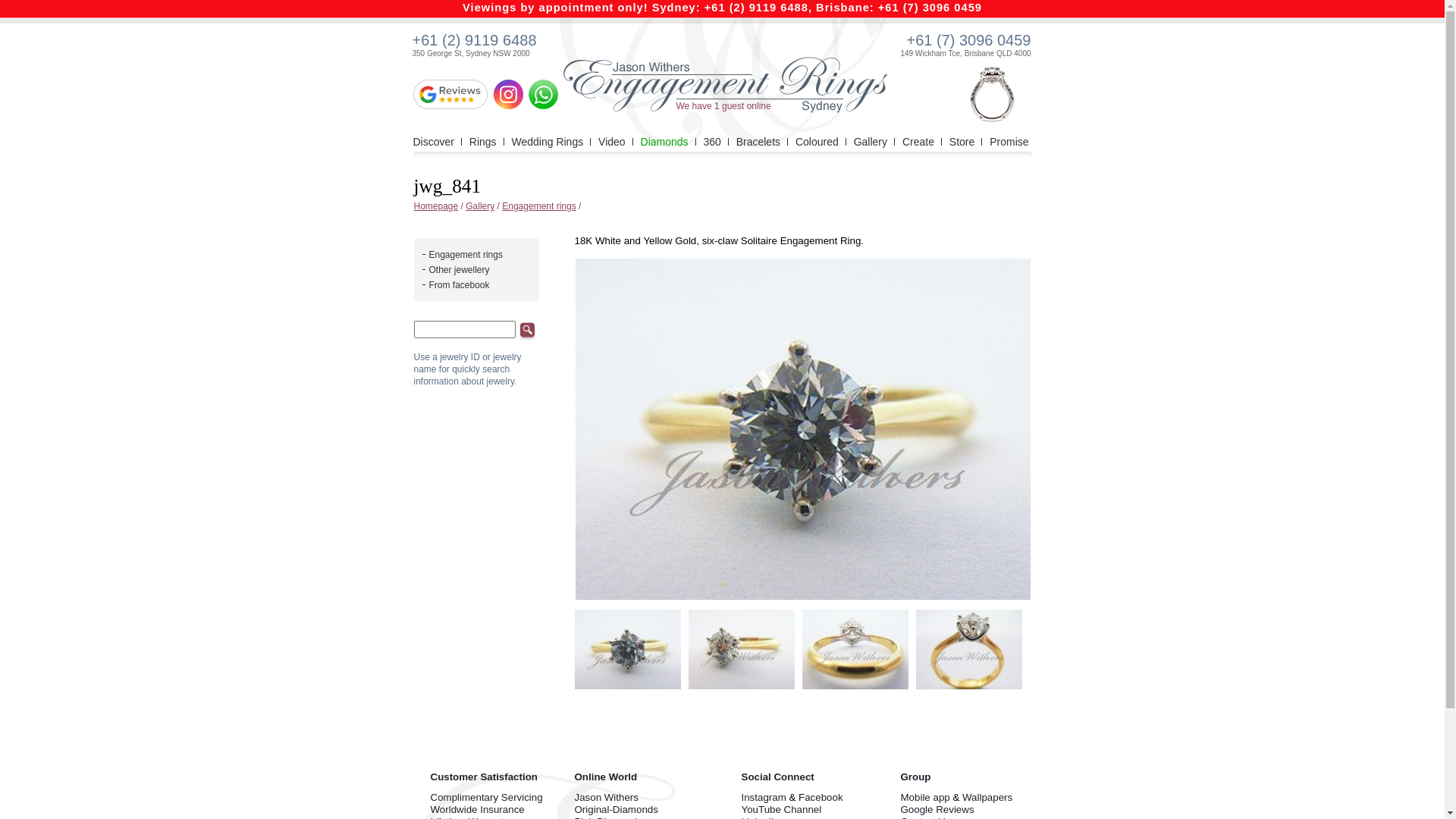  What do you see at coordinates (458, 284) in the screenshot?
I see `'From facebook'` at bounding box center [458, 284].